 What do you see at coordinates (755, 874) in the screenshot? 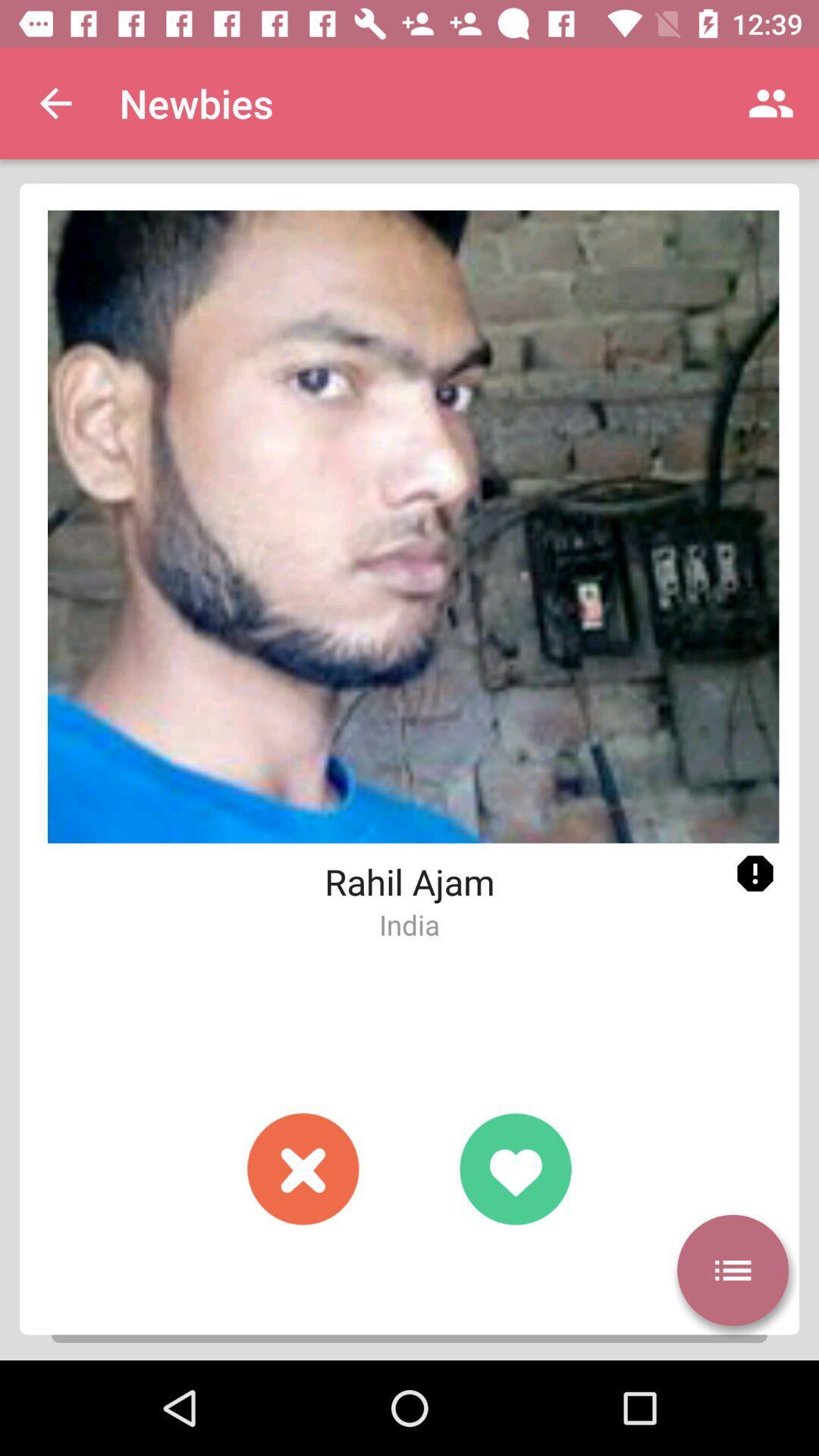
I see `report terms violation` at bounding box center [755, 874].